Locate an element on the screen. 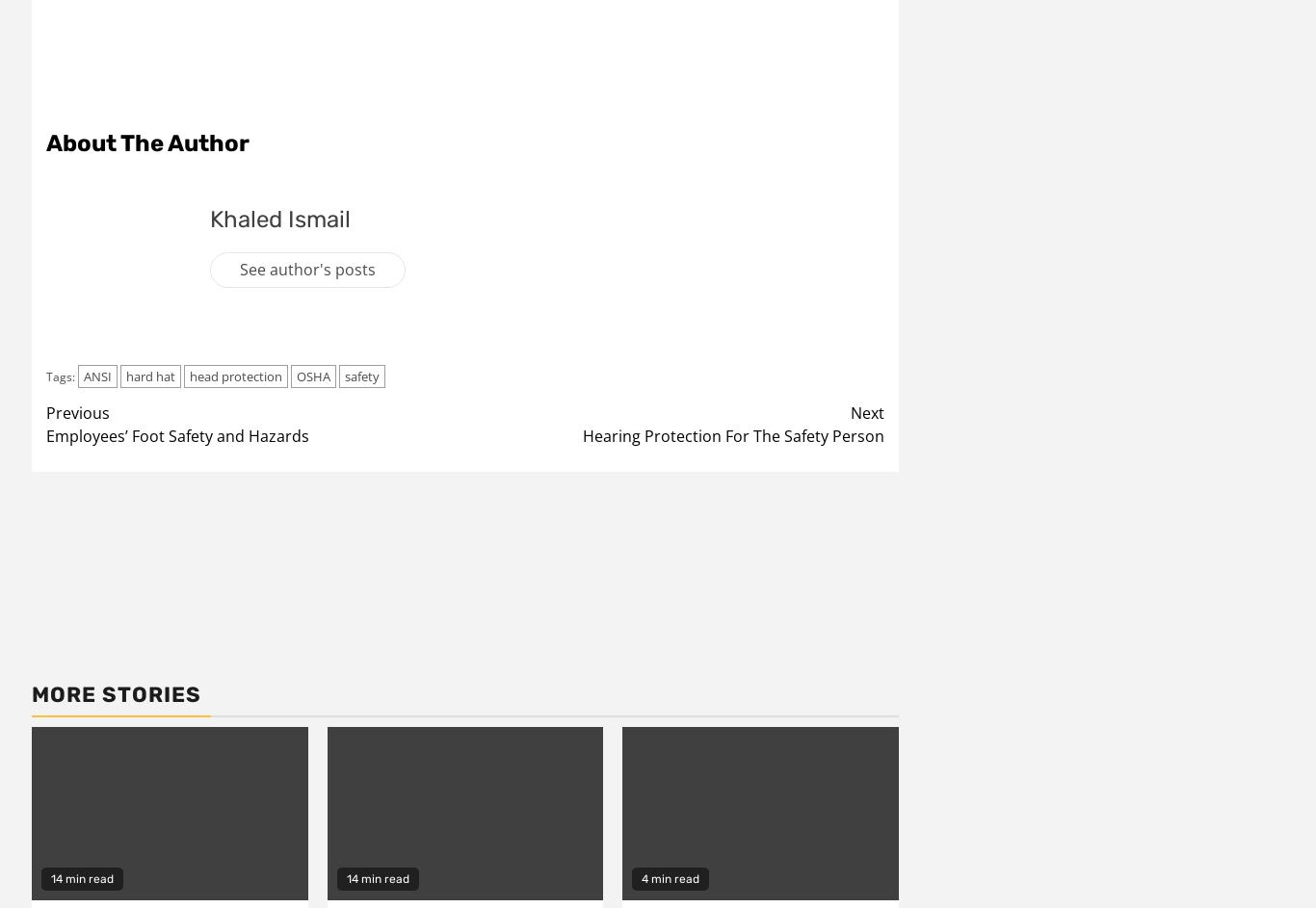 The image size is (1316, 908). 'See author's posts' is located at coordinates (307, 268).